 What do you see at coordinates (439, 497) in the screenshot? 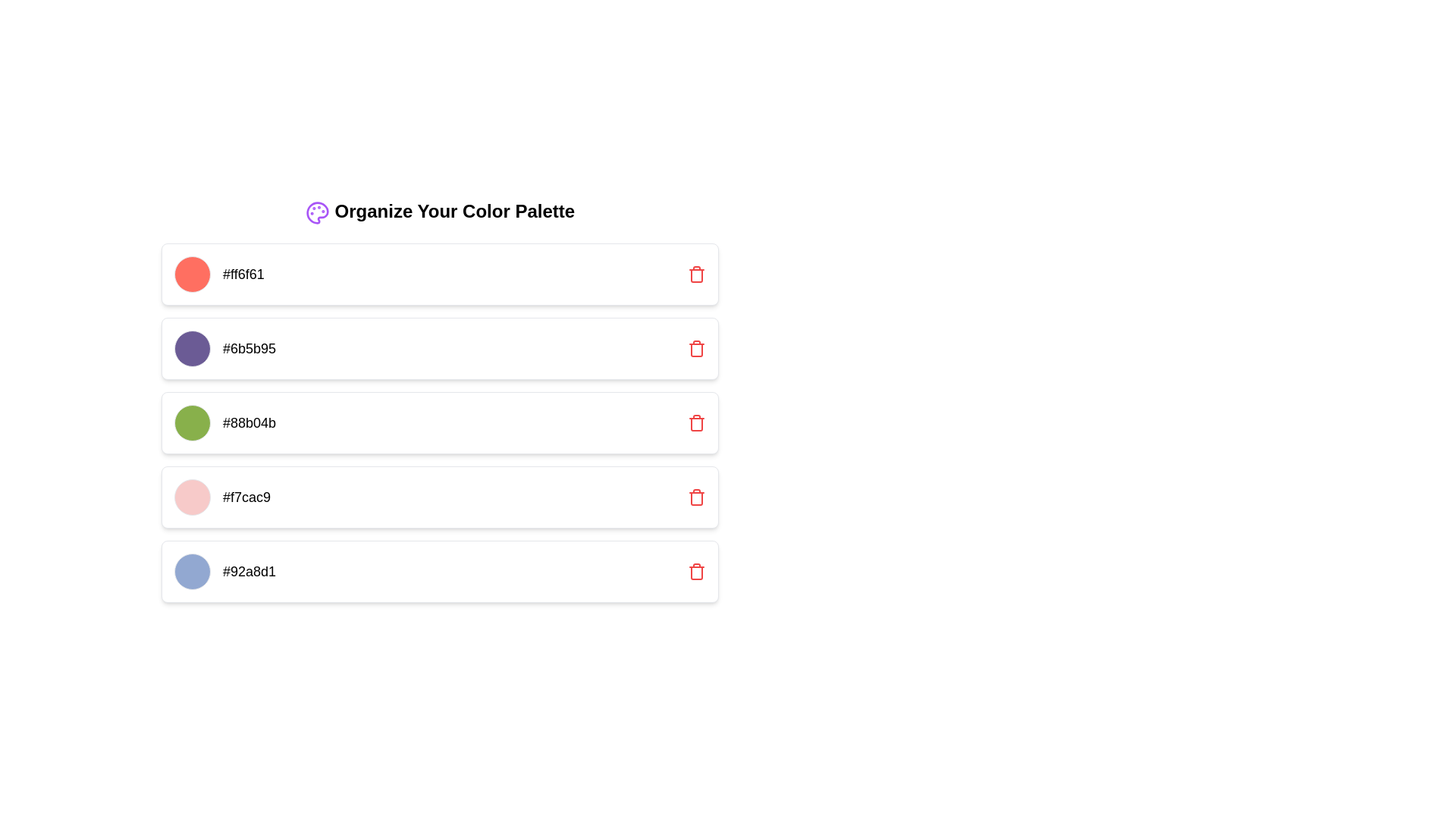
I see `the color card with the text '#f7cac9' and delete icon` at bounding box center [439, 497].